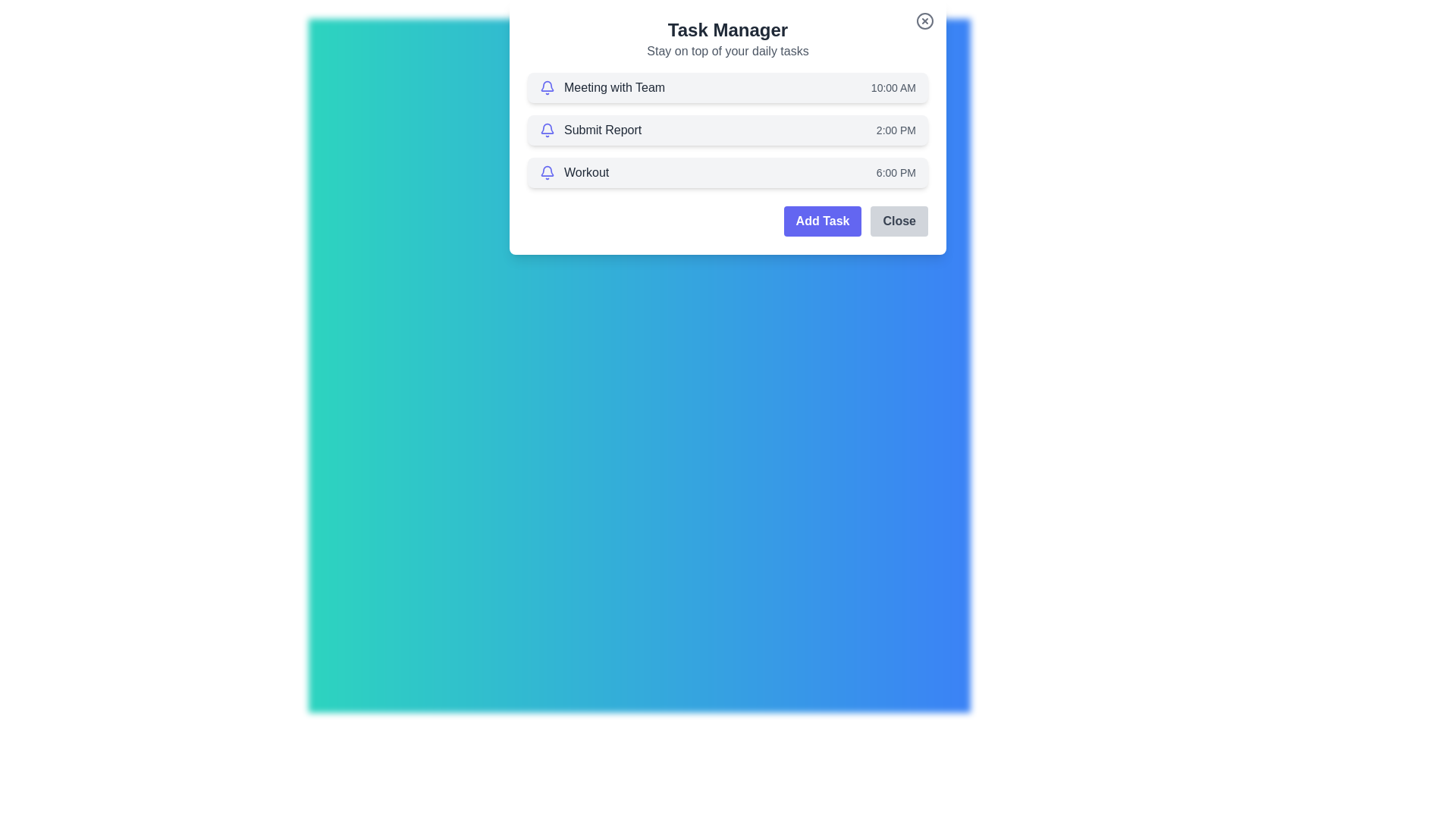 The image size is (1456, 819). What do you see at coordinates (728, 171) in the screenshot?
I see `the third task item in the task manager list, which provides the task's title and scheduled time, positioned between 'Submit Report' and the bottom of the panel` at bounding box center [728, 171].